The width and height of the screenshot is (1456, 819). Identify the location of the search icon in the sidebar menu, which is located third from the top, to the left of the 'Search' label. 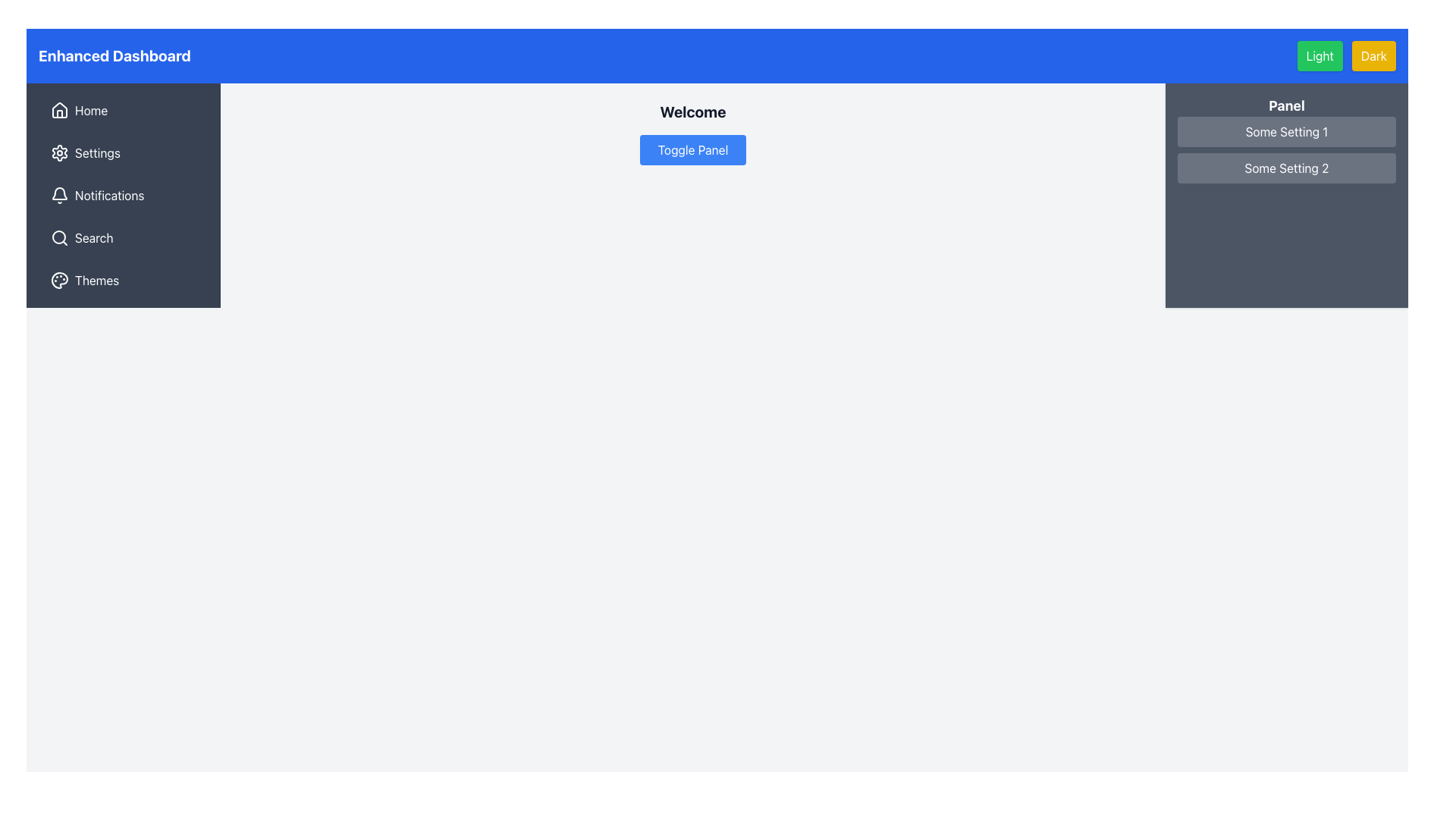
(59, 237).